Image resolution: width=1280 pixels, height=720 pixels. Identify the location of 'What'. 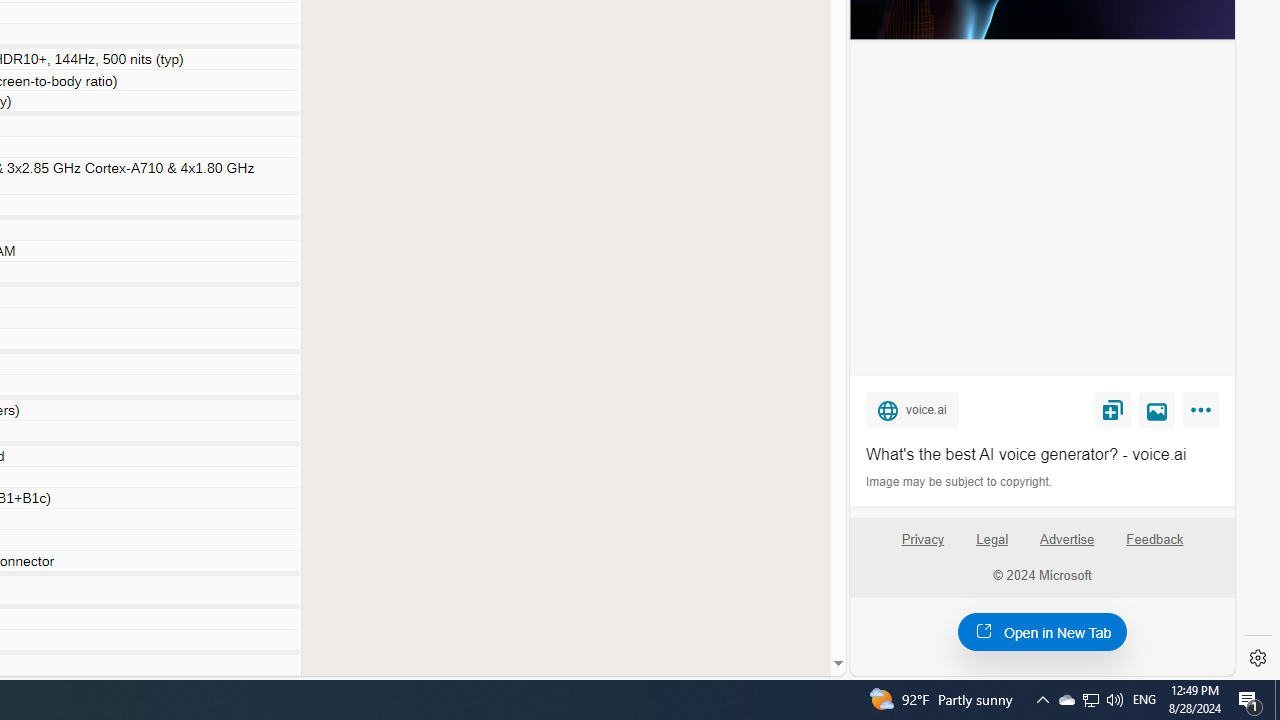
(1041, 455).